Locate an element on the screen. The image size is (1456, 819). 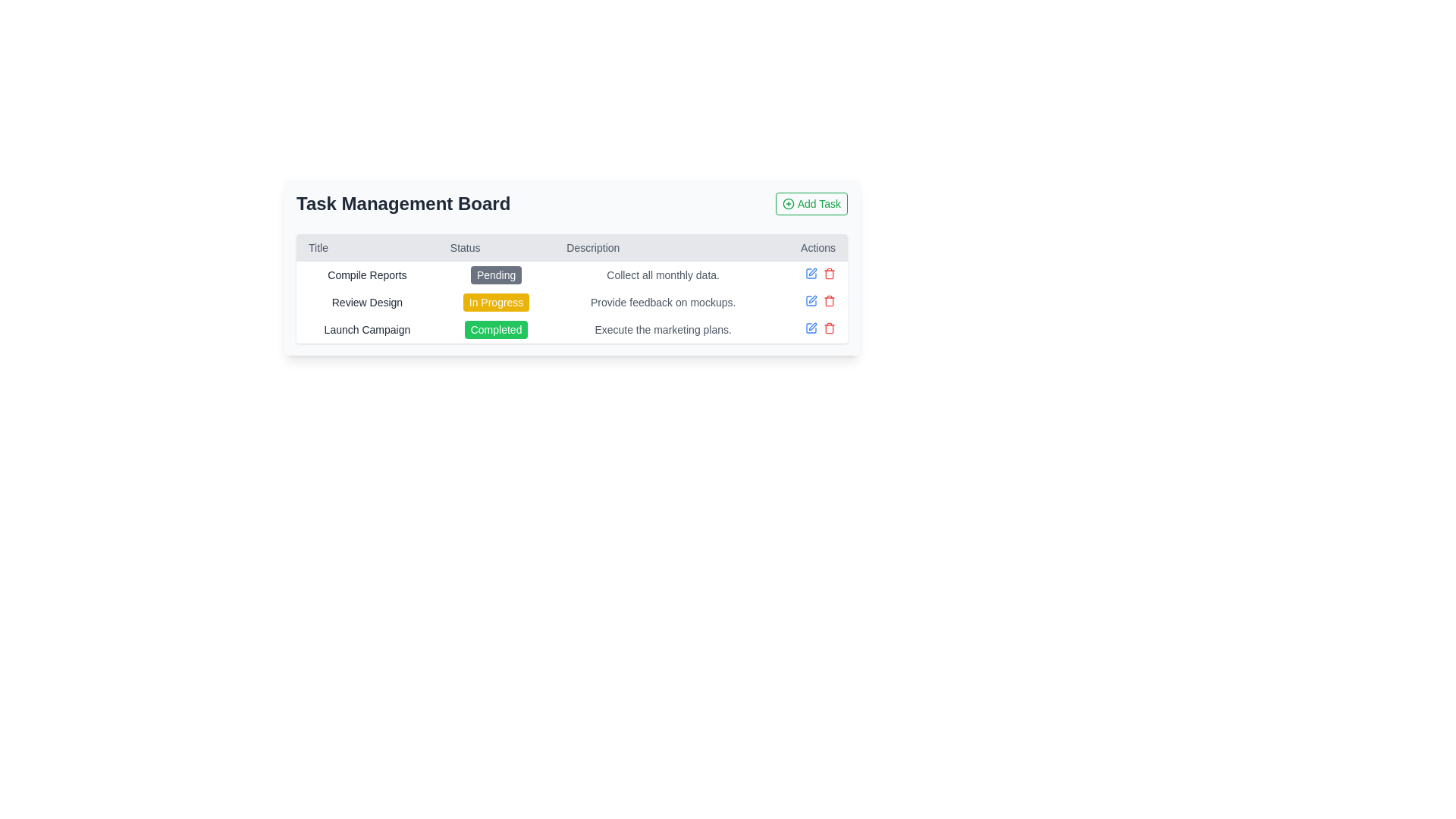
the small red trash icon button in the Actions column of the second row of the table corresponding to the task 'Review Design' is located at coordinates (829, 274).